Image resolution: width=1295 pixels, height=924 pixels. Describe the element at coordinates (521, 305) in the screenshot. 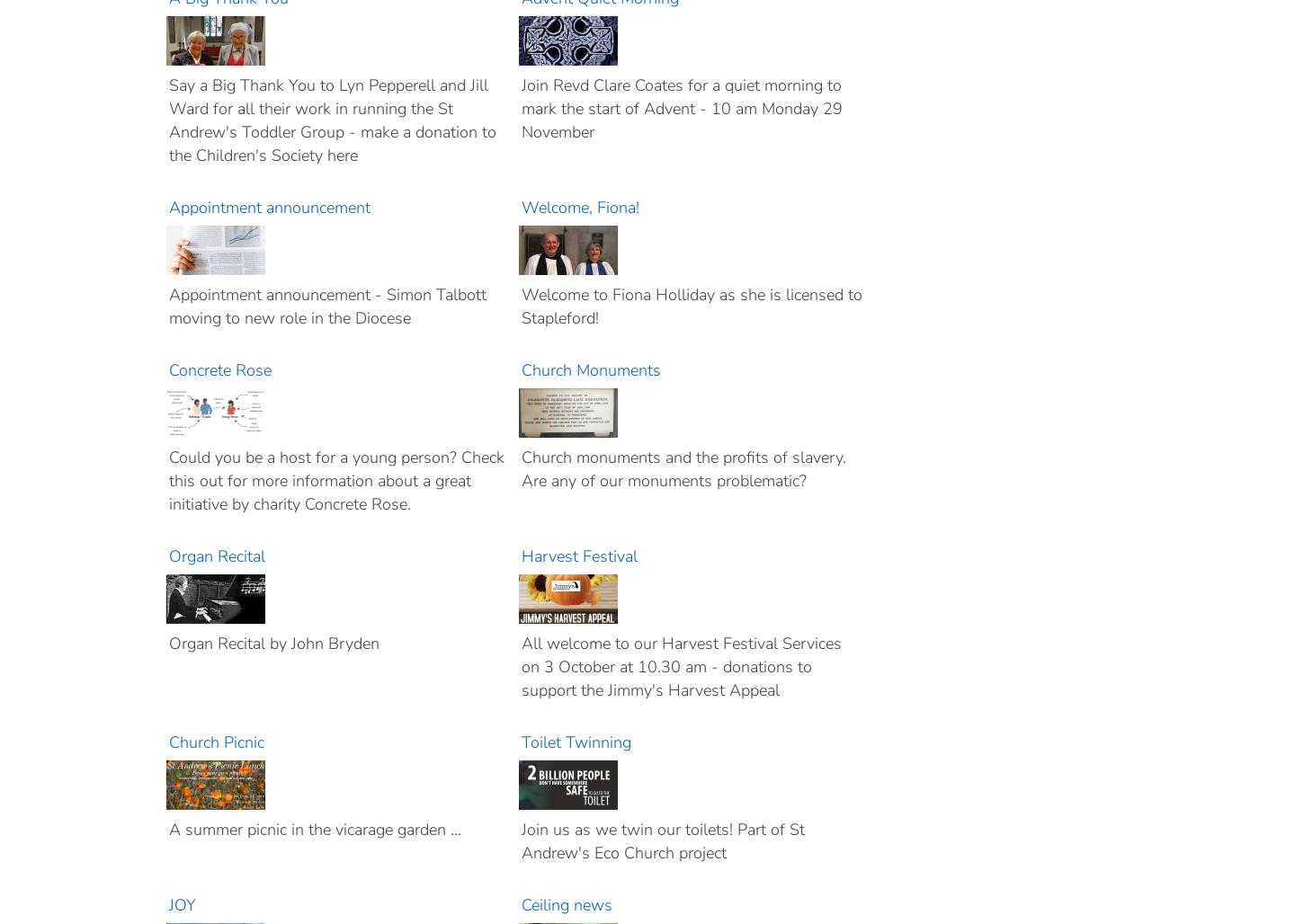

I see `'Welcome to Fiona Holliday as she is licensed to Stapleford!'` at that location.